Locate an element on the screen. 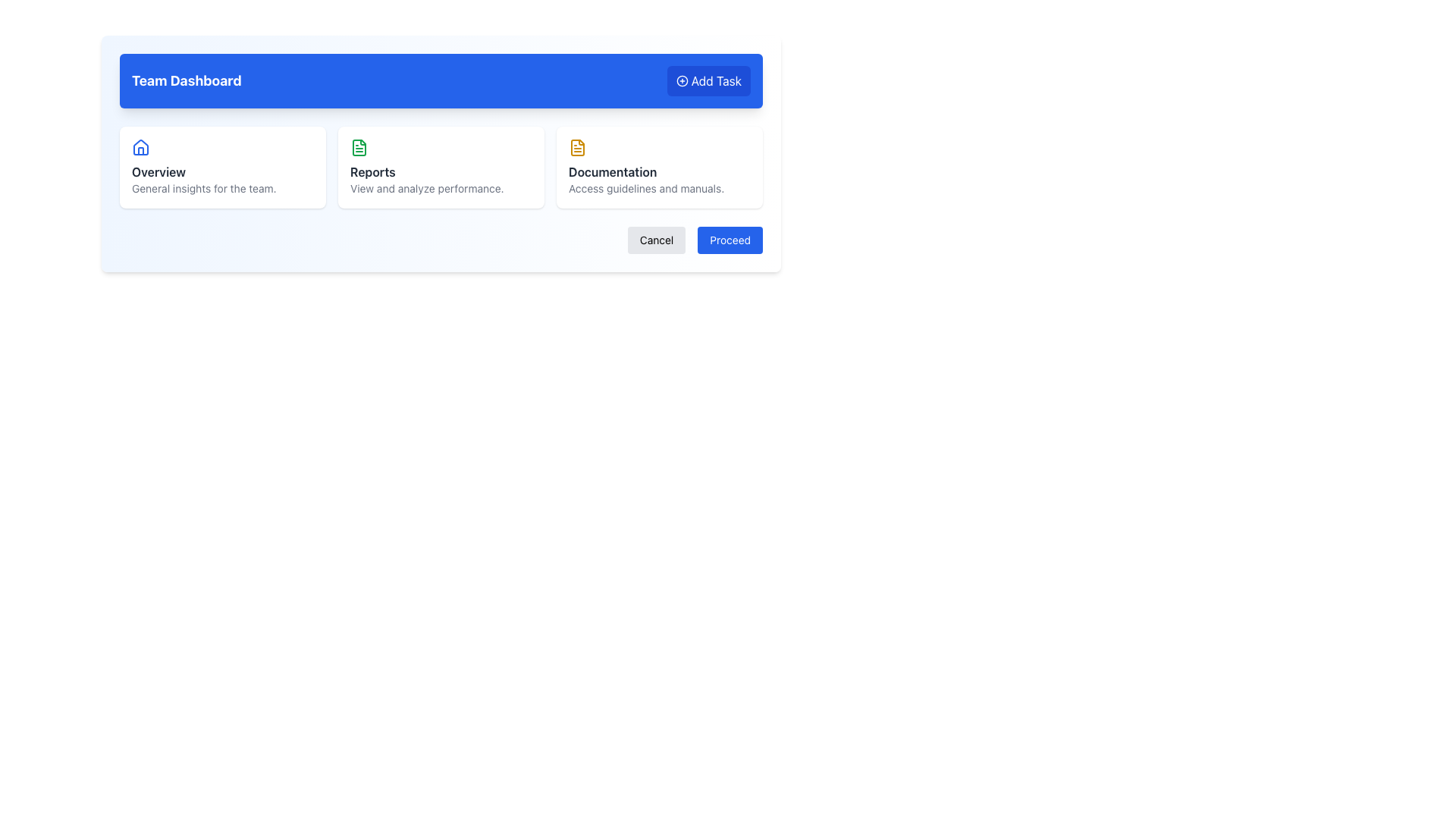 The width and height of the screenshot is (1456, 819). the task creation button located on the right side of the blue header bar, adjacent to 'Team Dashboard' is located at coordinates (708, 81).